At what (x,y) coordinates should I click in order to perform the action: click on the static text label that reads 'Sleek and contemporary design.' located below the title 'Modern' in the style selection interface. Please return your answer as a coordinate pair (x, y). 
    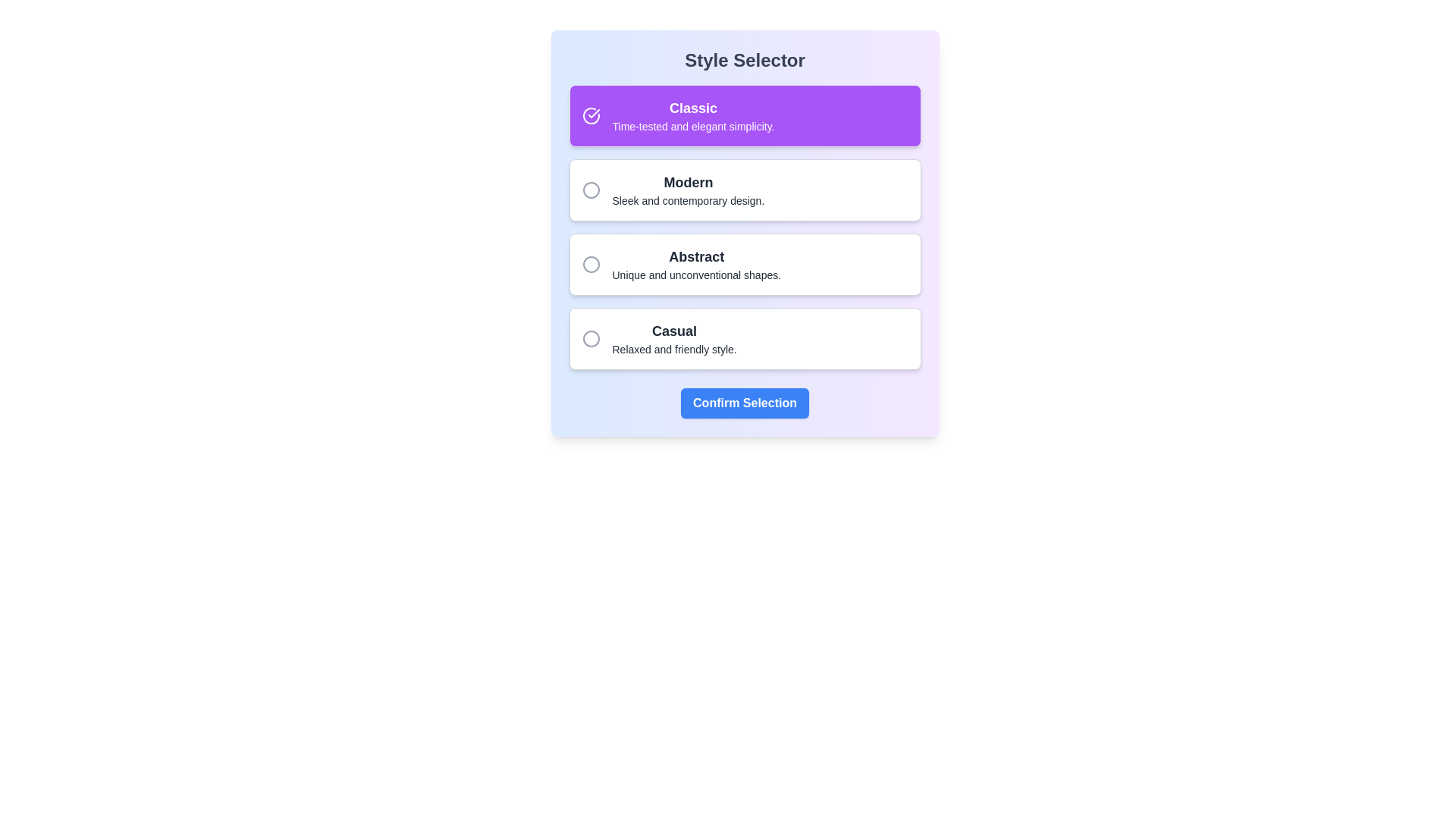
    Looking at the image, I should click on (687, 200).